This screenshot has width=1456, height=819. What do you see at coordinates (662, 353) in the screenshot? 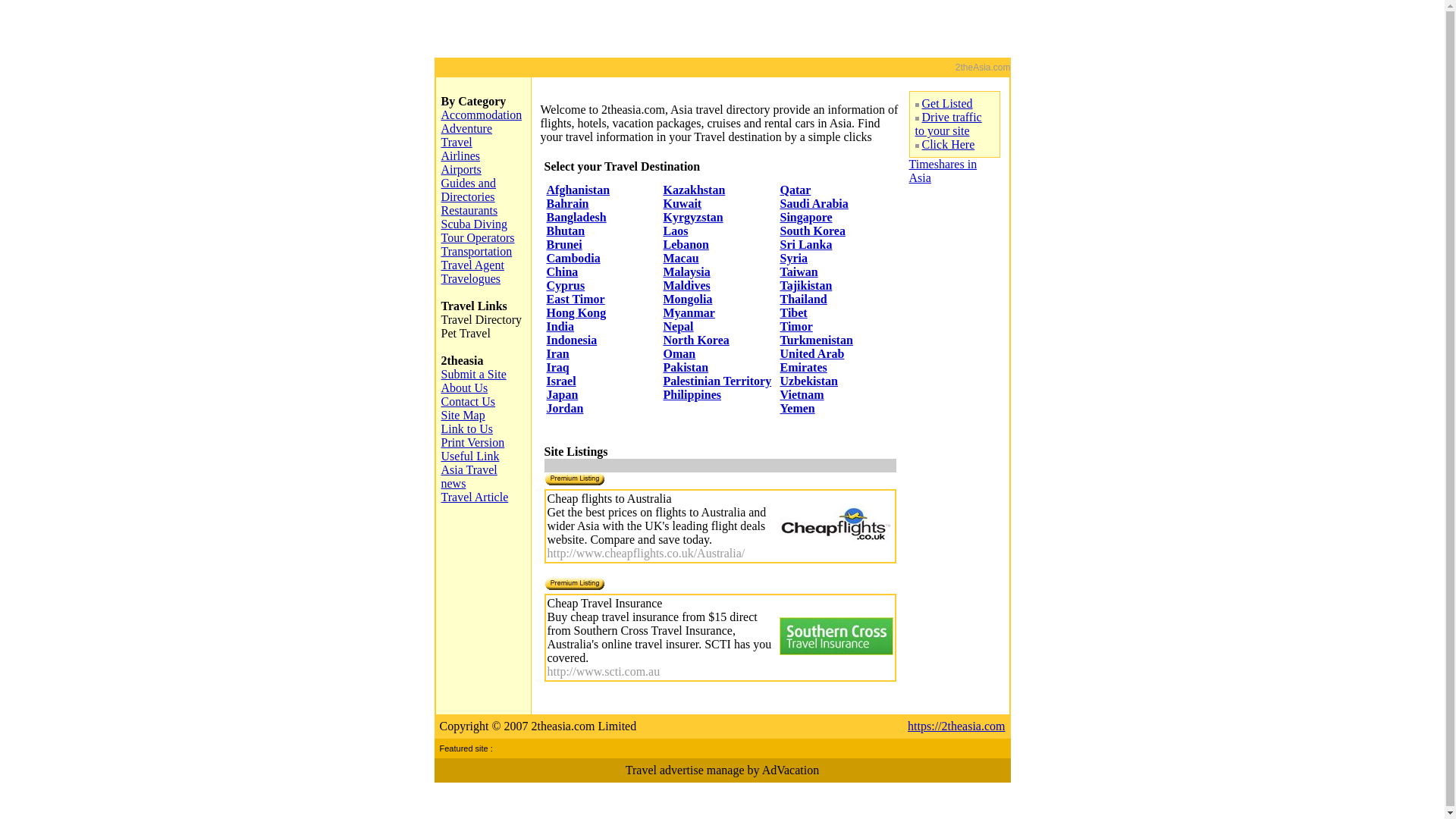
I see `'Oman'` at bounding box center [662, 353].